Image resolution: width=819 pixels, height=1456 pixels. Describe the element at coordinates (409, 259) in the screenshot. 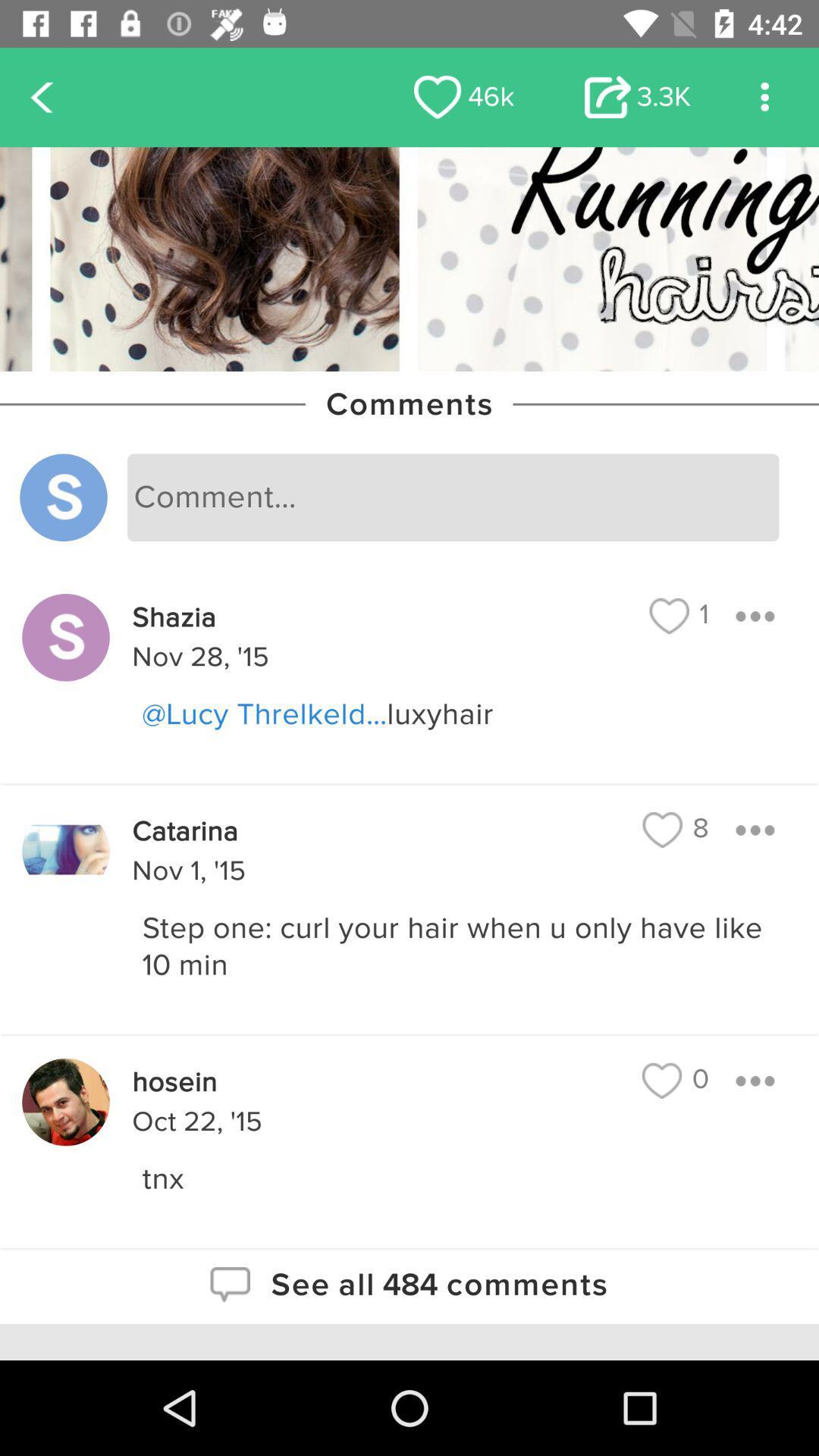

I see `click advertisement image` at that location.